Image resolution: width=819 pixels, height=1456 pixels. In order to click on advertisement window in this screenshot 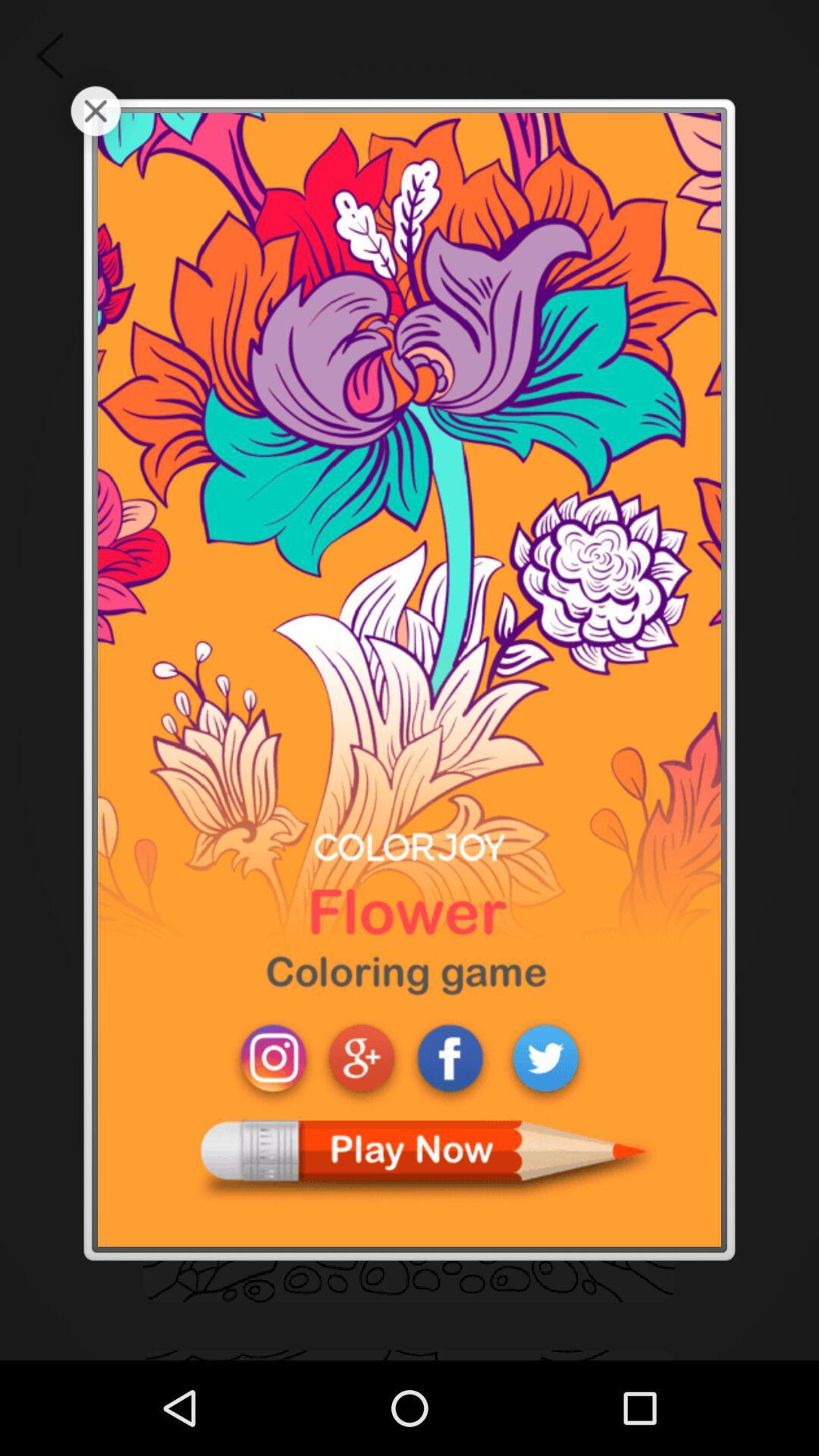, I will do `click(96, 110)`.